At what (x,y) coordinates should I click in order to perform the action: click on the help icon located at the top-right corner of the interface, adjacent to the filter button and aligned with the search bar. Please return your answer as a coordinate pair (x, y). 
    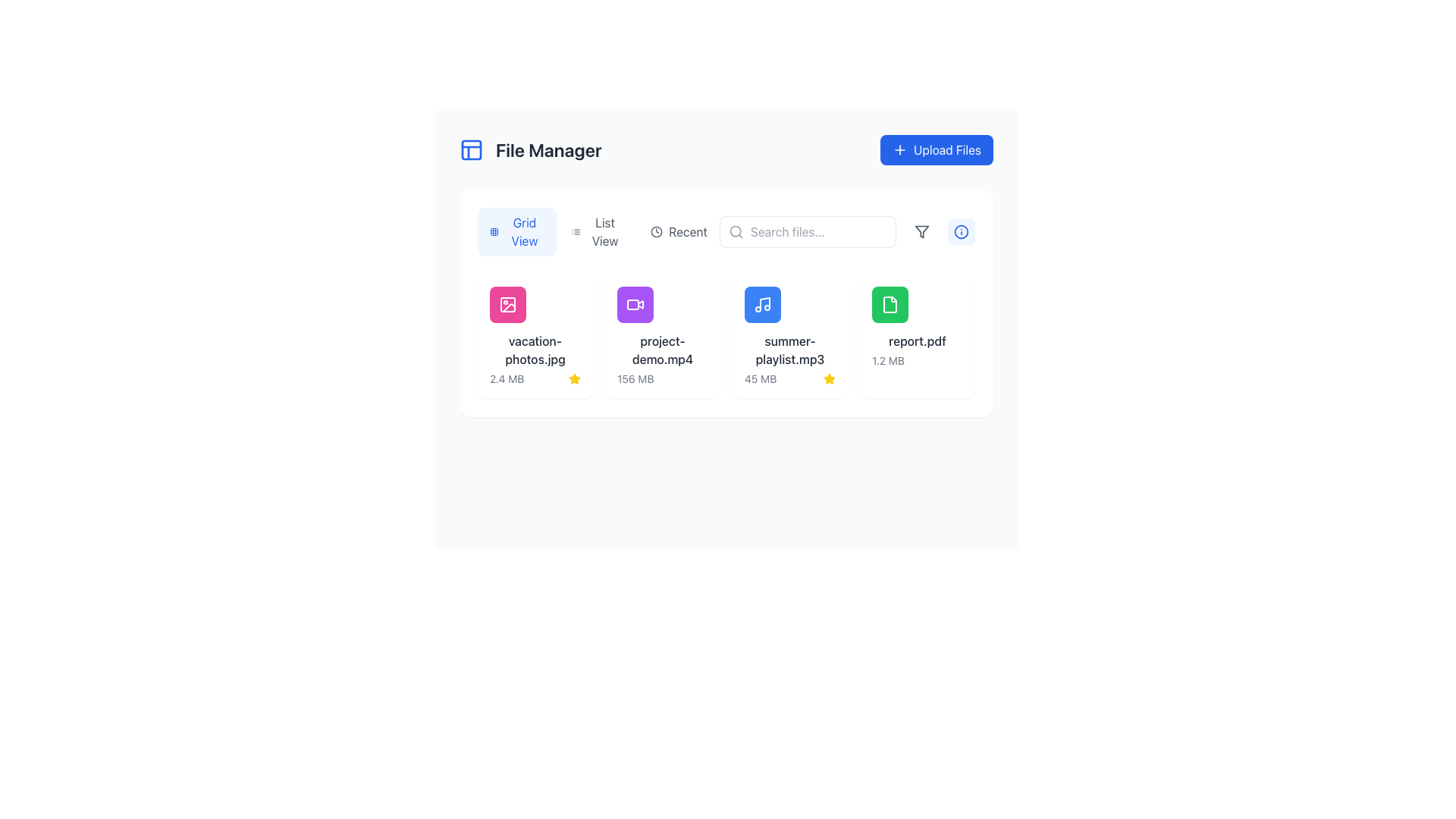
    Looking at the image, I should click on (960, 231).